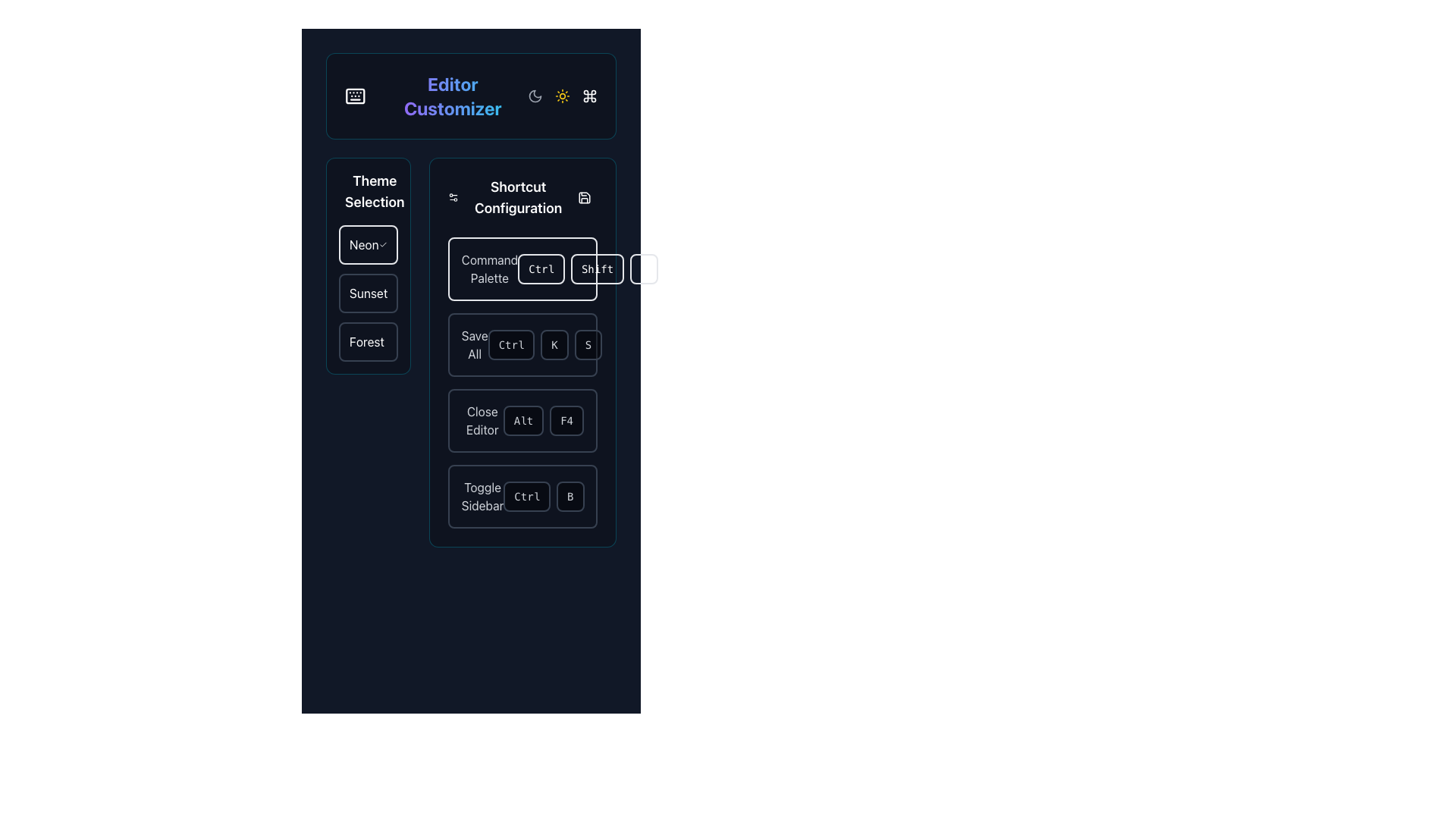  I want to click on the 'K' button, which is a small rectangular button with rounded corners and a dark background, as part of a sequence in the Shortcut Configuration group, so click(554, 345).